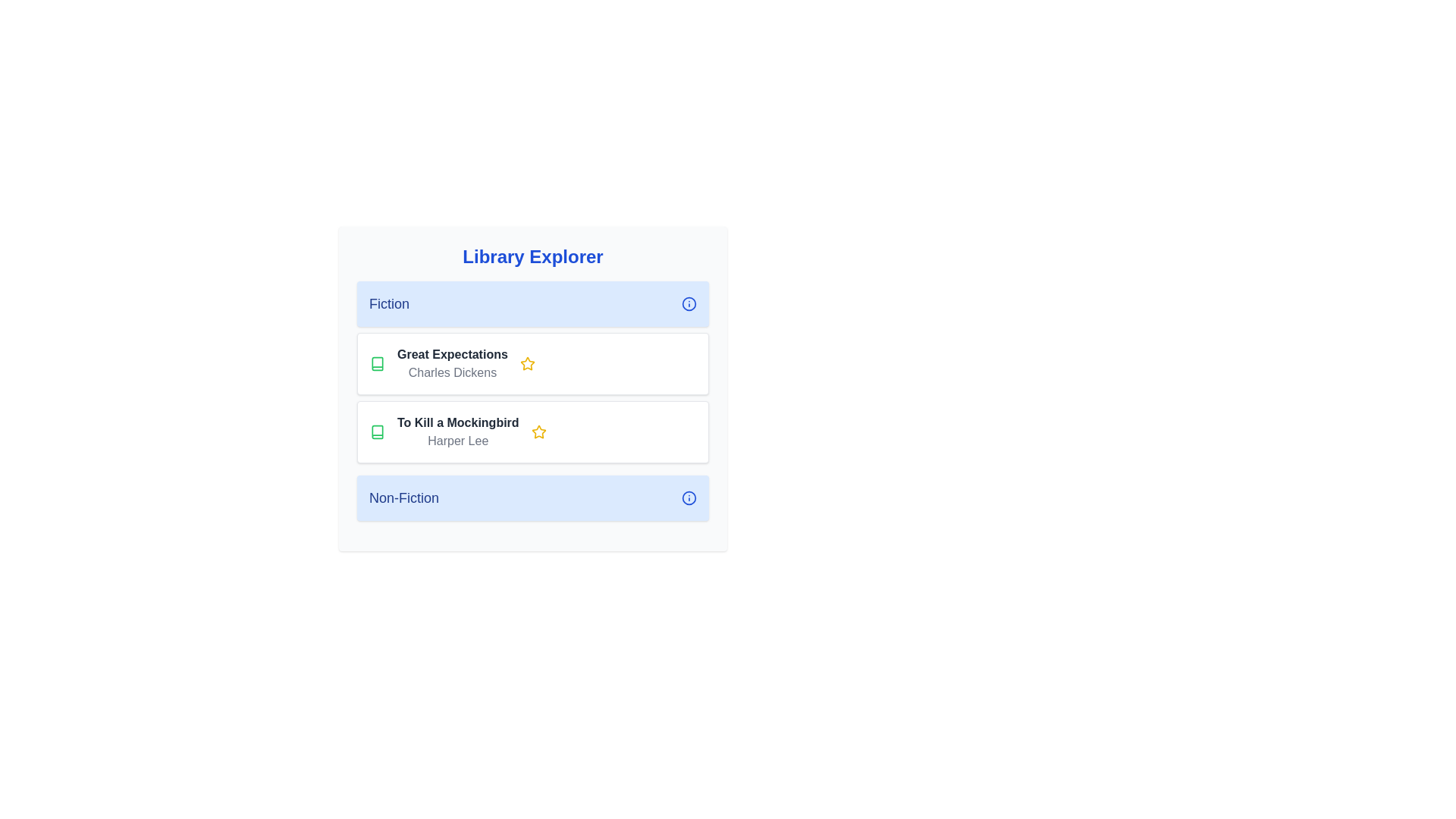 Image resolution: width=1456 pixels, height=819 pixels. I want to click on the star icon to toggle the favorite status of a book. The parameter Great Expectations determines which book's star icon to click, so click(527, 363).